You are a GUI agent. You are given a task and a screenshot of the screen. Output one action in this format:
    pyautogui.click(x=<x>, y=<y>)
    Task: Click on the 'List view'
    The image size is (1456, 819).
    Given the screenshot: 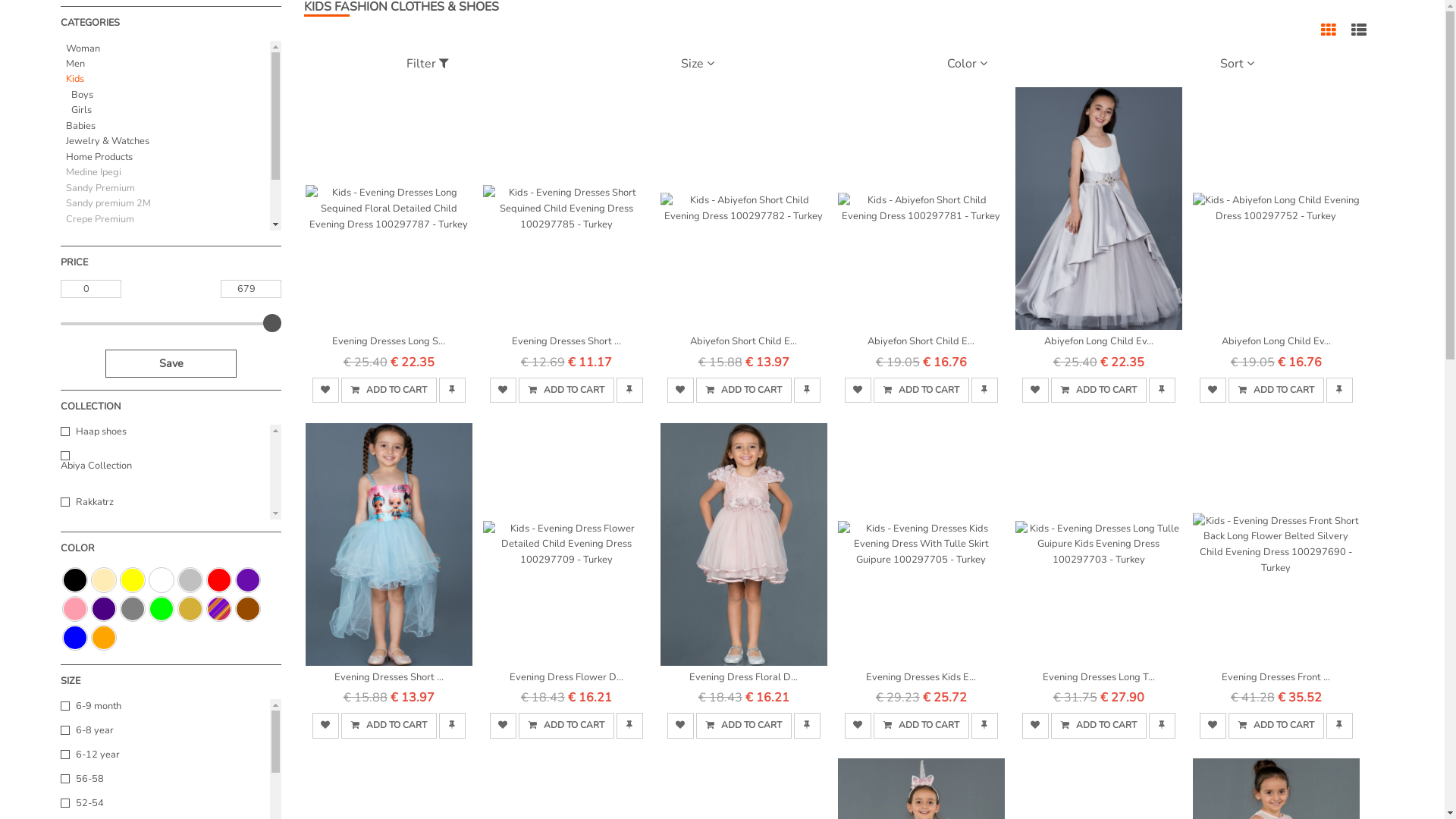 What is the action you would take?
    pyautogui.click(x=1358, y=32)
    